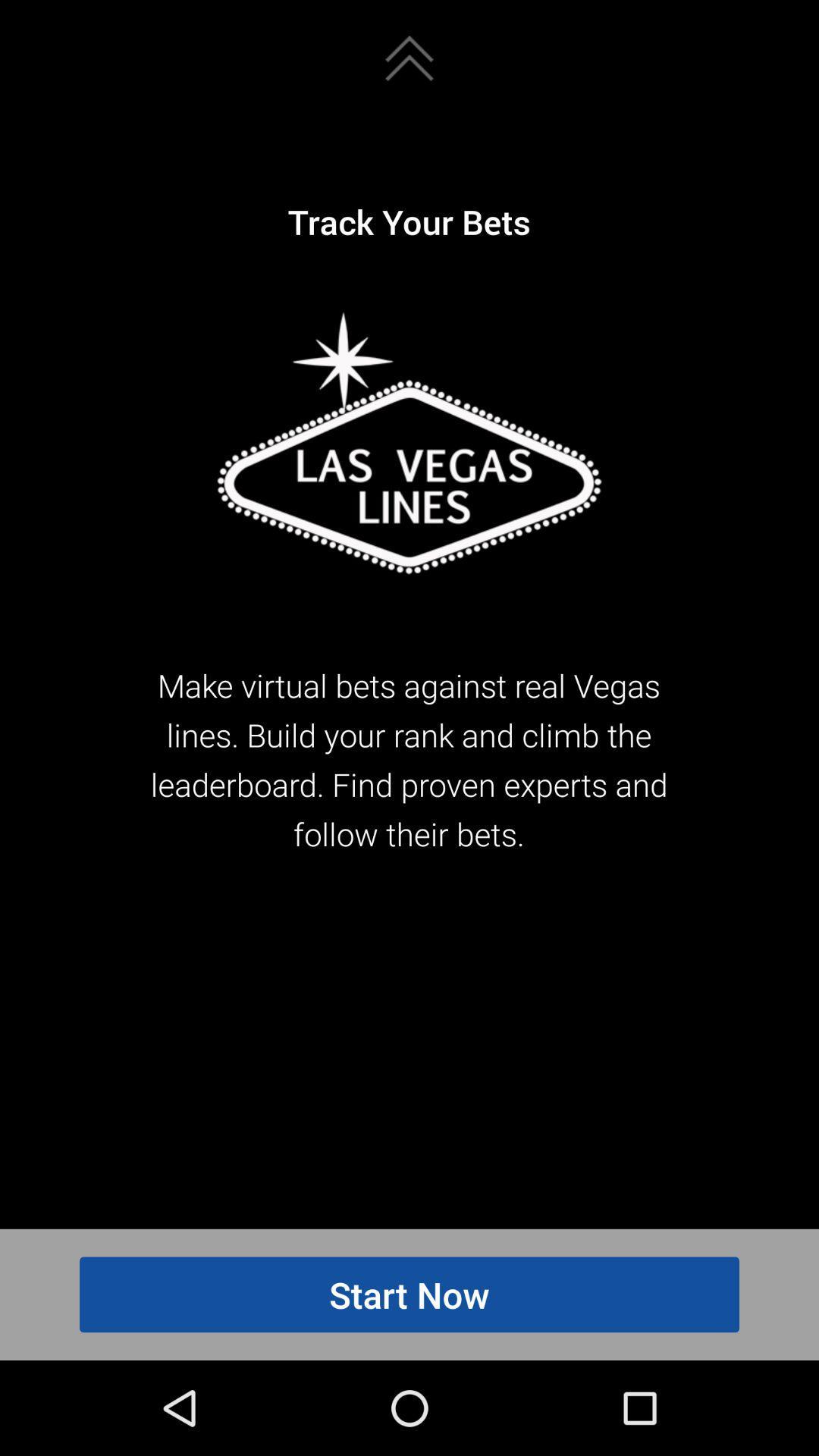 This screenshot has height=1456, width=819. Describe the element at coordinates (409, 1294) in the screenshot. I see `the start now item` at that location.